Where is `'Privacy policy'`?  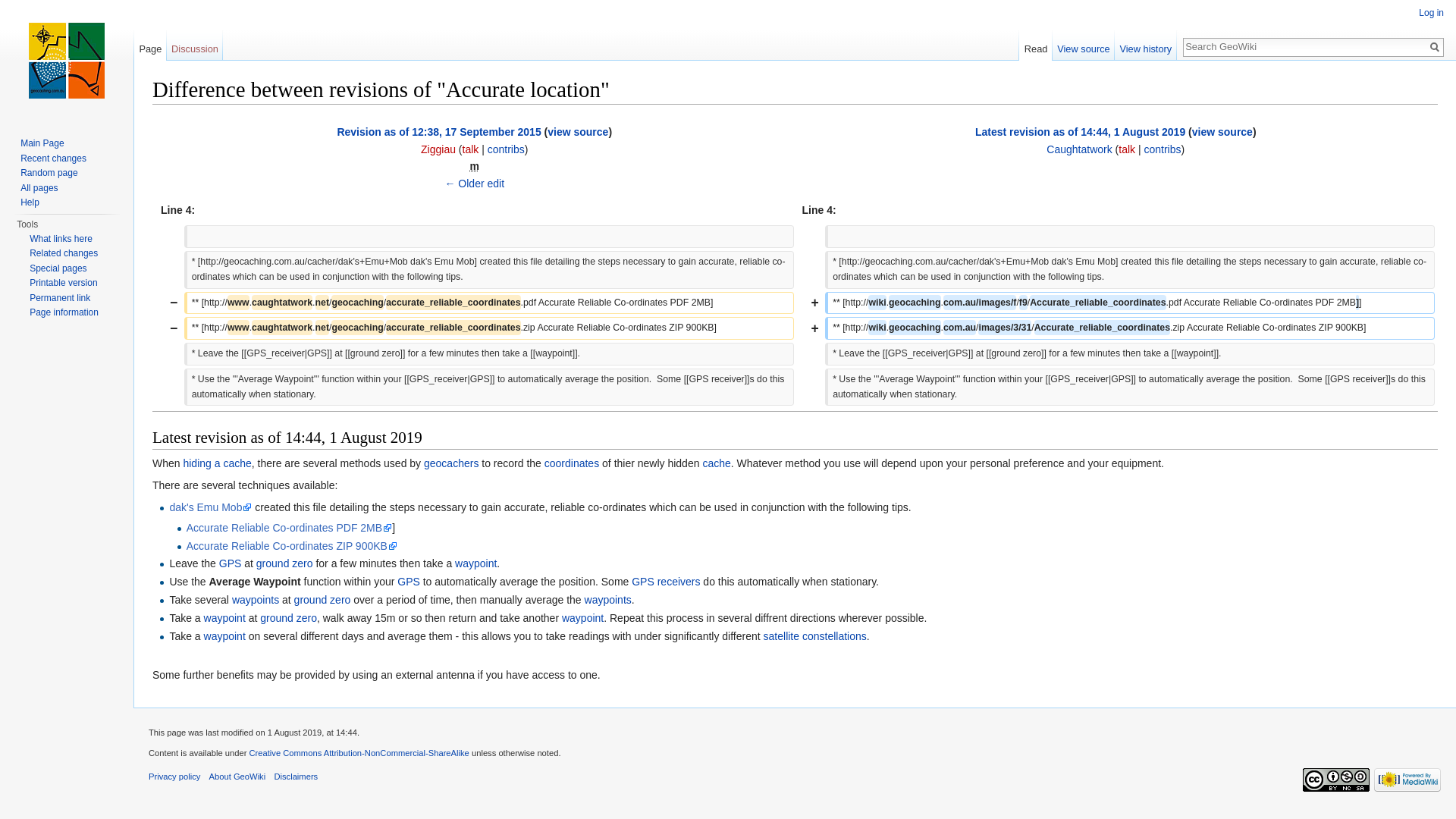 'Privacy policy' is located at coordinates (174, 776).